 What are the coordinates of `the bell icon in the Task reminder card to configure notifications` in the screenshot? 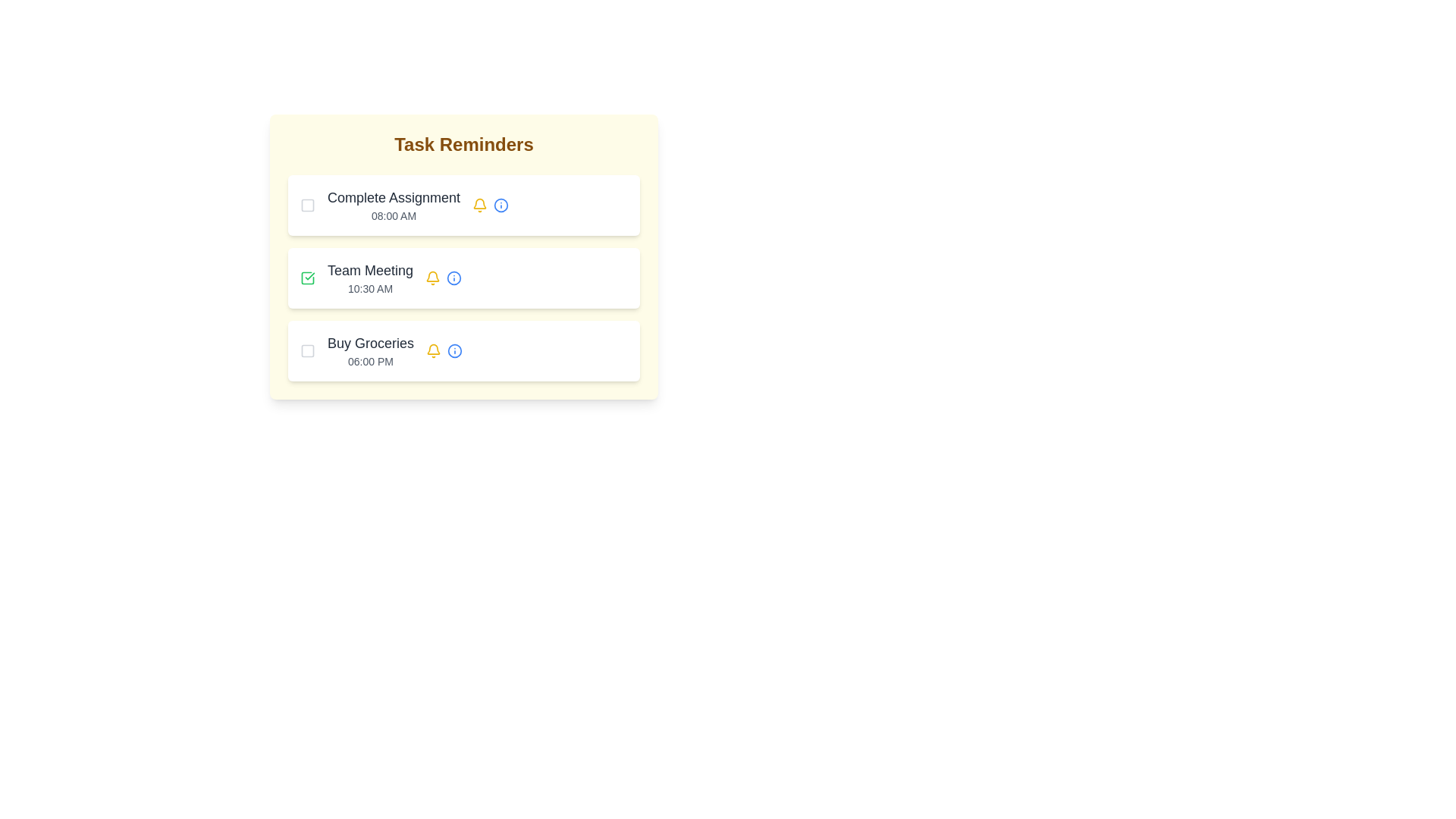 It's located at (463, 205).